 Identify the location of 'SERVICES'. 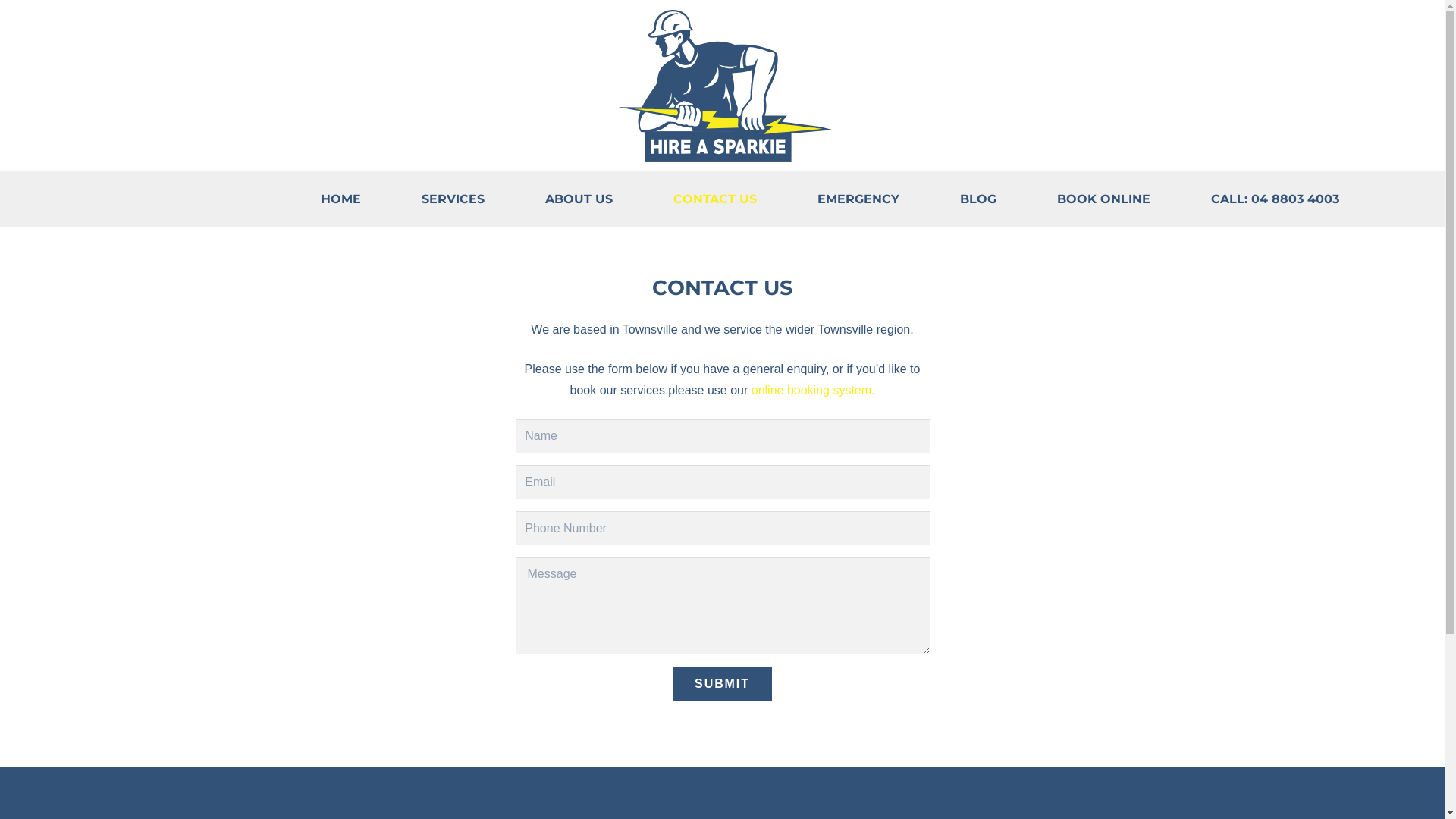
(452, 198).